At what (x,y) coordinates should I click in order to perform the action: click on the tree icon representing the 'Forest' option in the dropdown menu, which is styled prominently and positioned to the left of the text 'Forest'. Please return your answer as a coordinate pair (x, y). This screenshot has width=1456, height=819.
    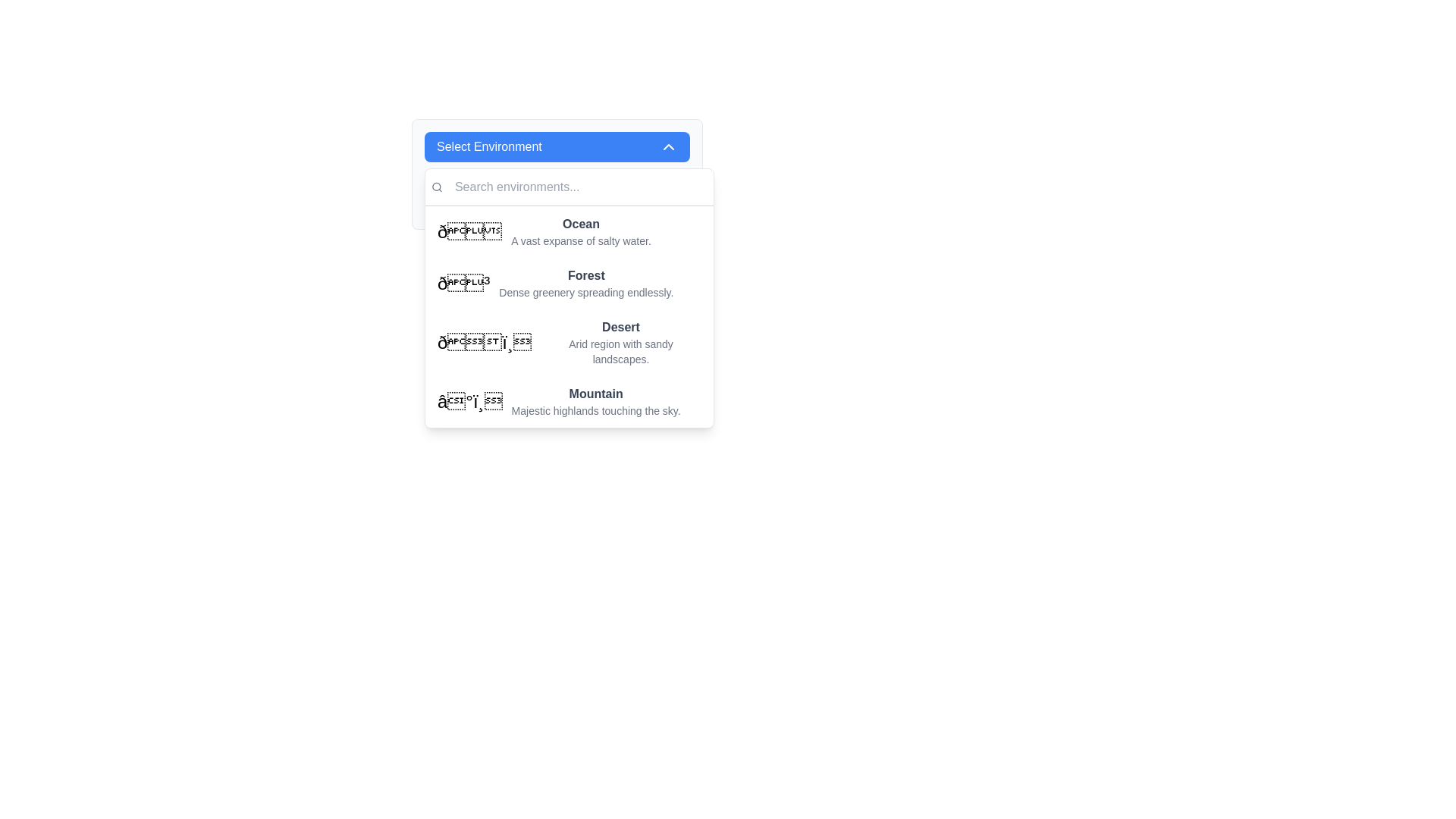
    Looking at the image, I should click on (463, 284).